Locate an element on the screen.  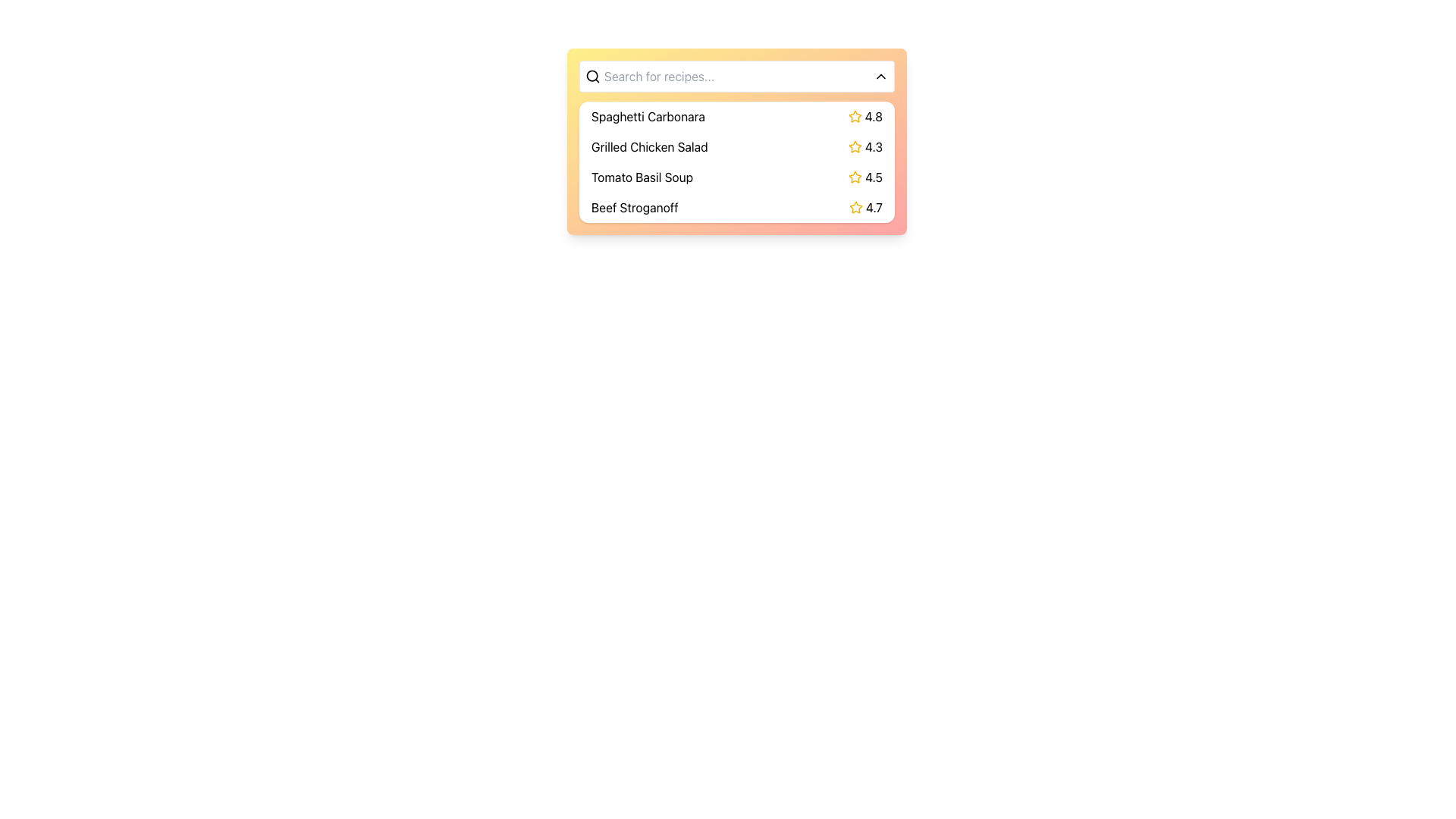
the vector graphic element indicating the rating for the 'Grilled Chicken Salad' item in the second row of the list is located at coordinates (855, 146).